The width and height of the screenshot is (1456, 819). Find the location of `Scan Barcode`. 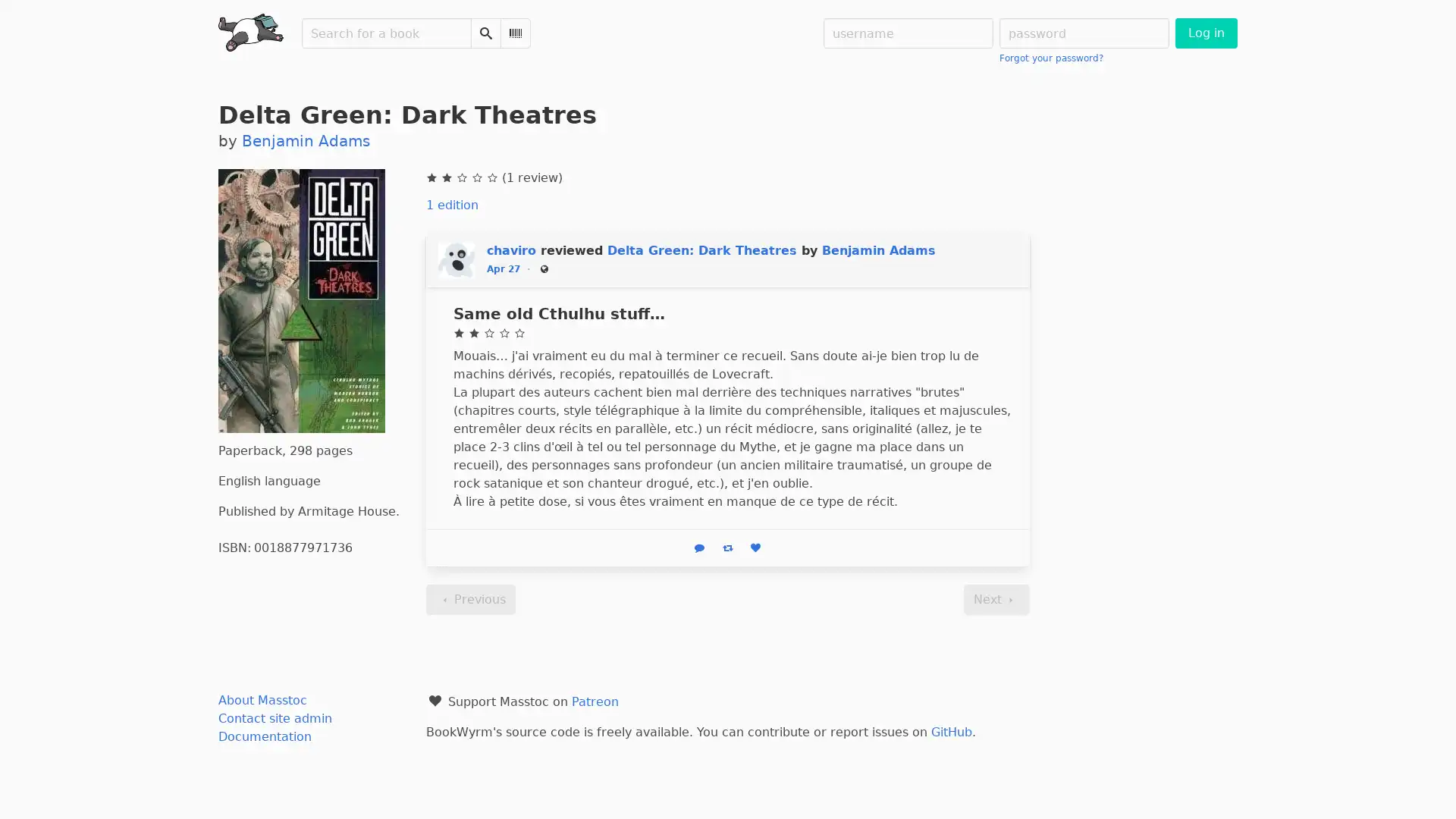

Scan Barcode is located at coordinates (516, 33).